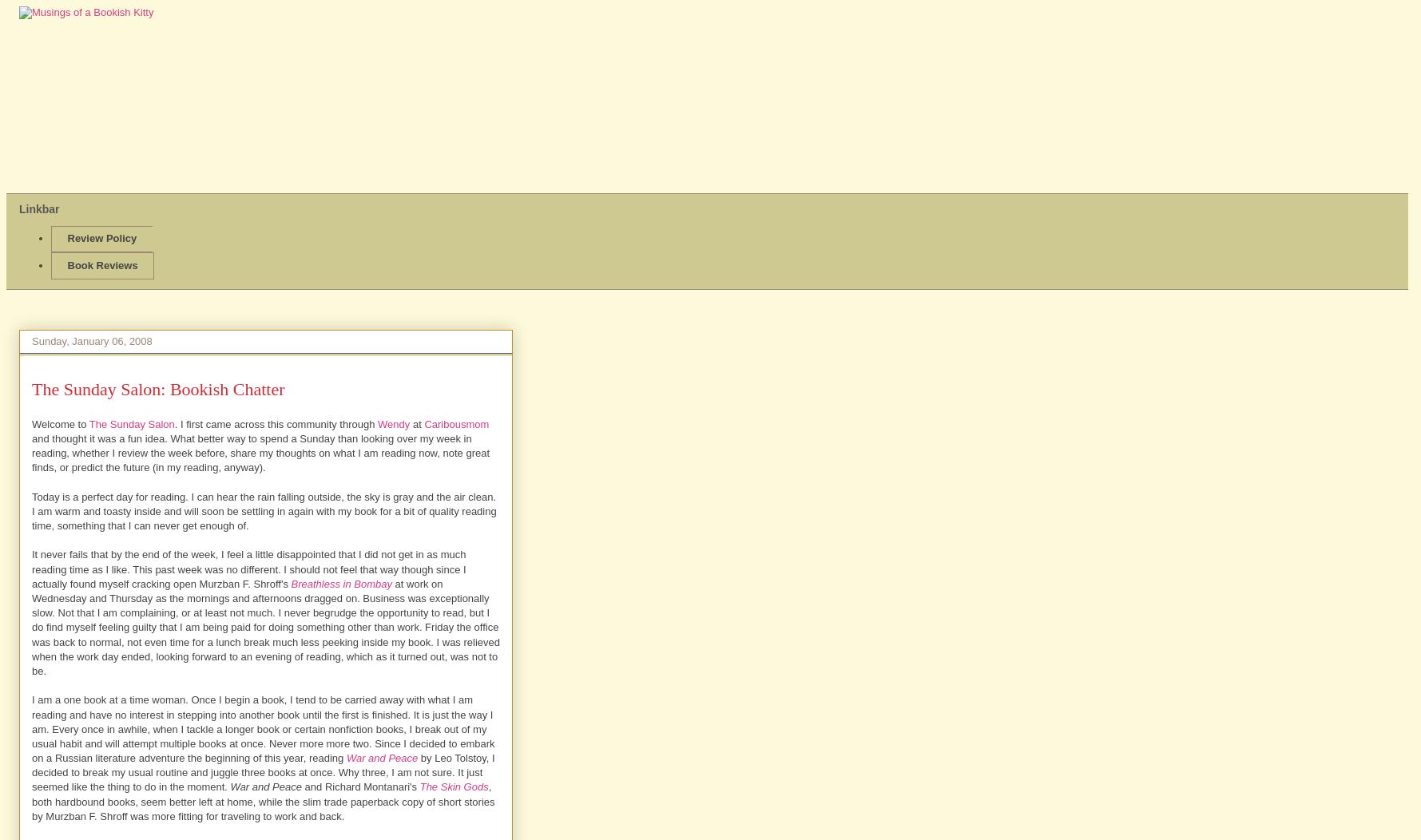 This screenshot has height=840, width=1421. What do you see at coordinates (264, 511) in the screenshot?
I see `'Today is a perfect day for reading.  I can hear the rain falling outside, the sky is gray and the air clean.  I am warm and toasty inside and will soon be settling in again with my book for a bit of quality reading time, something that I can never get enough of.'` at bounding box center [264, 511].